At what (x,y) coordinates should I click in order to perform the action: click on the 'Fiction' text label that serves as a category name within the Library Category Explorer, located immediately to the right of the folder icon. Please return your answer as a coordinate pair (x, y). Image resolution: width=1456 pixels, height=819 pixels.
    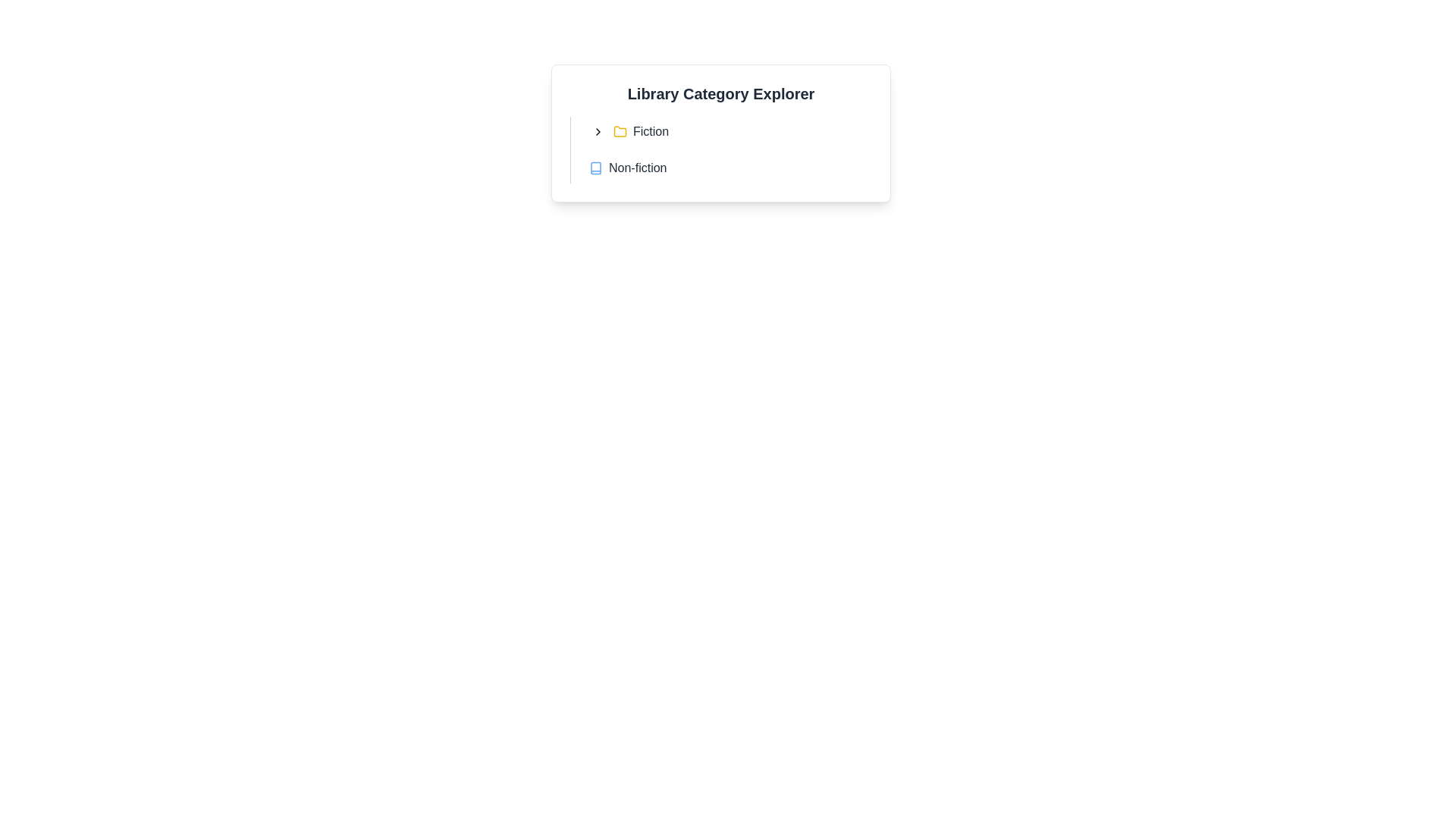
    Looking at the image, I should click on (651, 130).